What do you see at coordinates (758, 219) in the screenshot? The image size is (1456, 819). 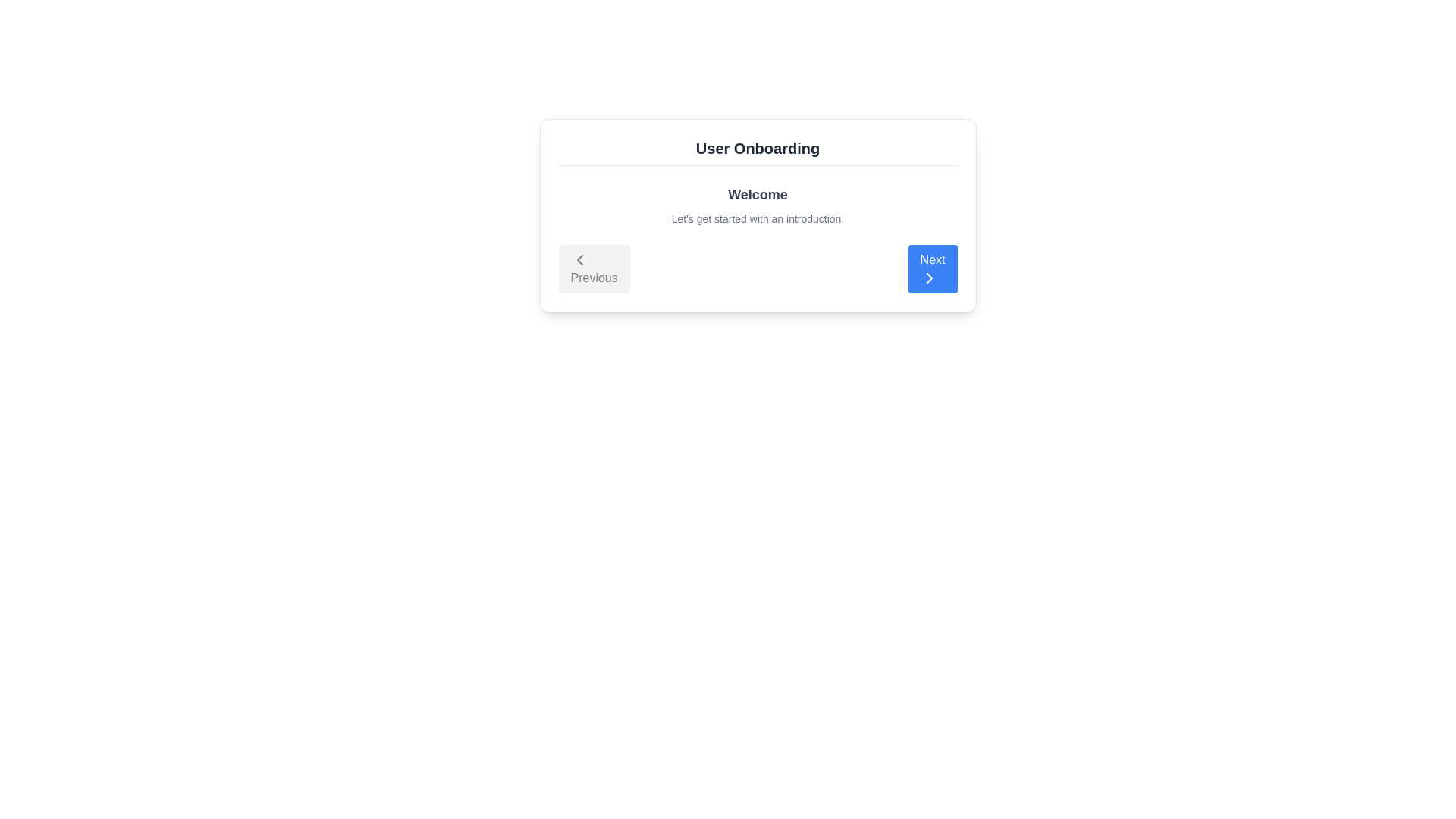 I see `the Text Display containing the message 'Let's get started with an introduction.' located beneath the heading 'Welcome' in the central content panel of the onboarding page` at bounding box center [758, 219].